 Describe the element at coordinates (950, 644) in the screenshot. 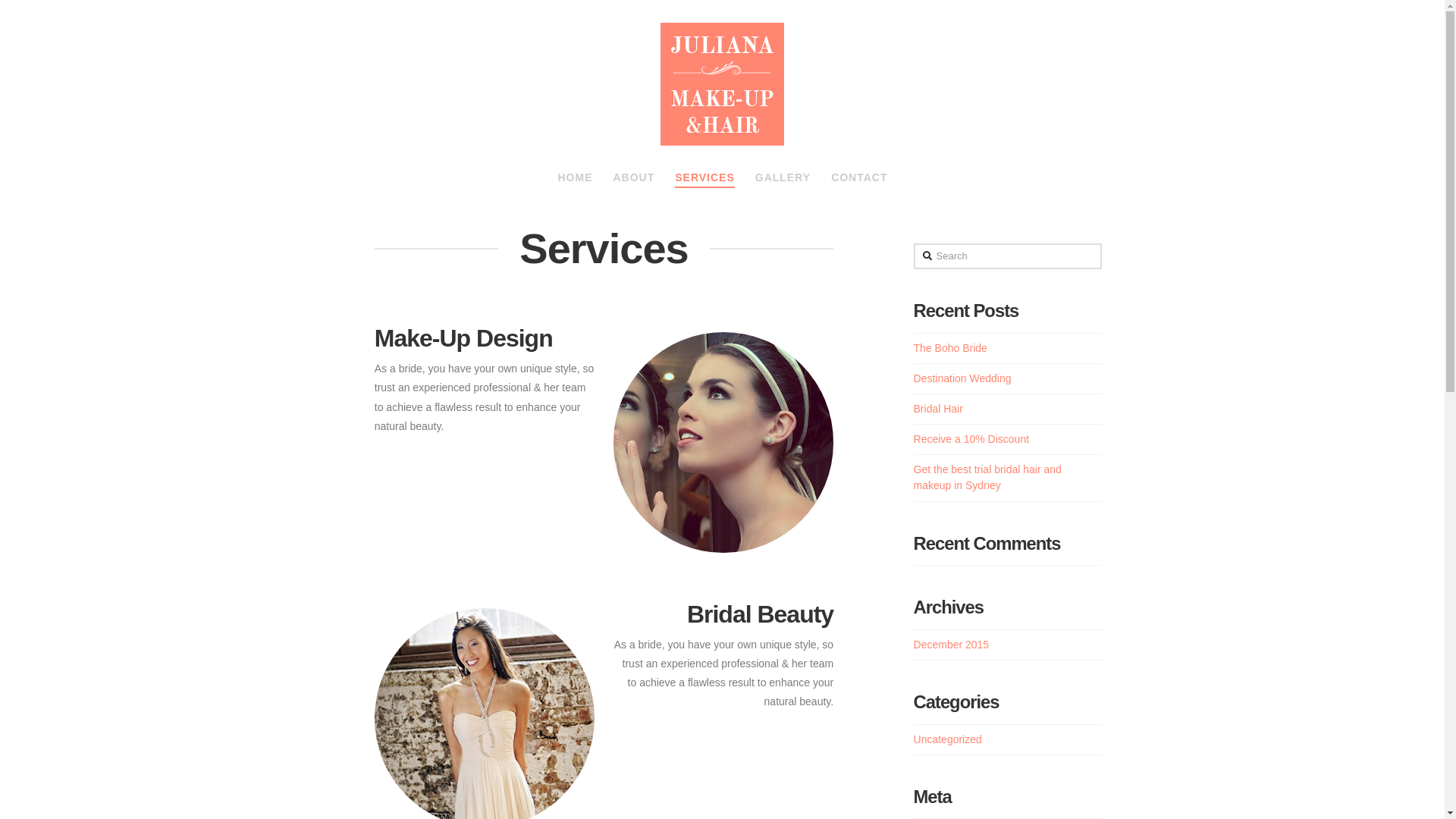

I see `'December 2015'` at that location.